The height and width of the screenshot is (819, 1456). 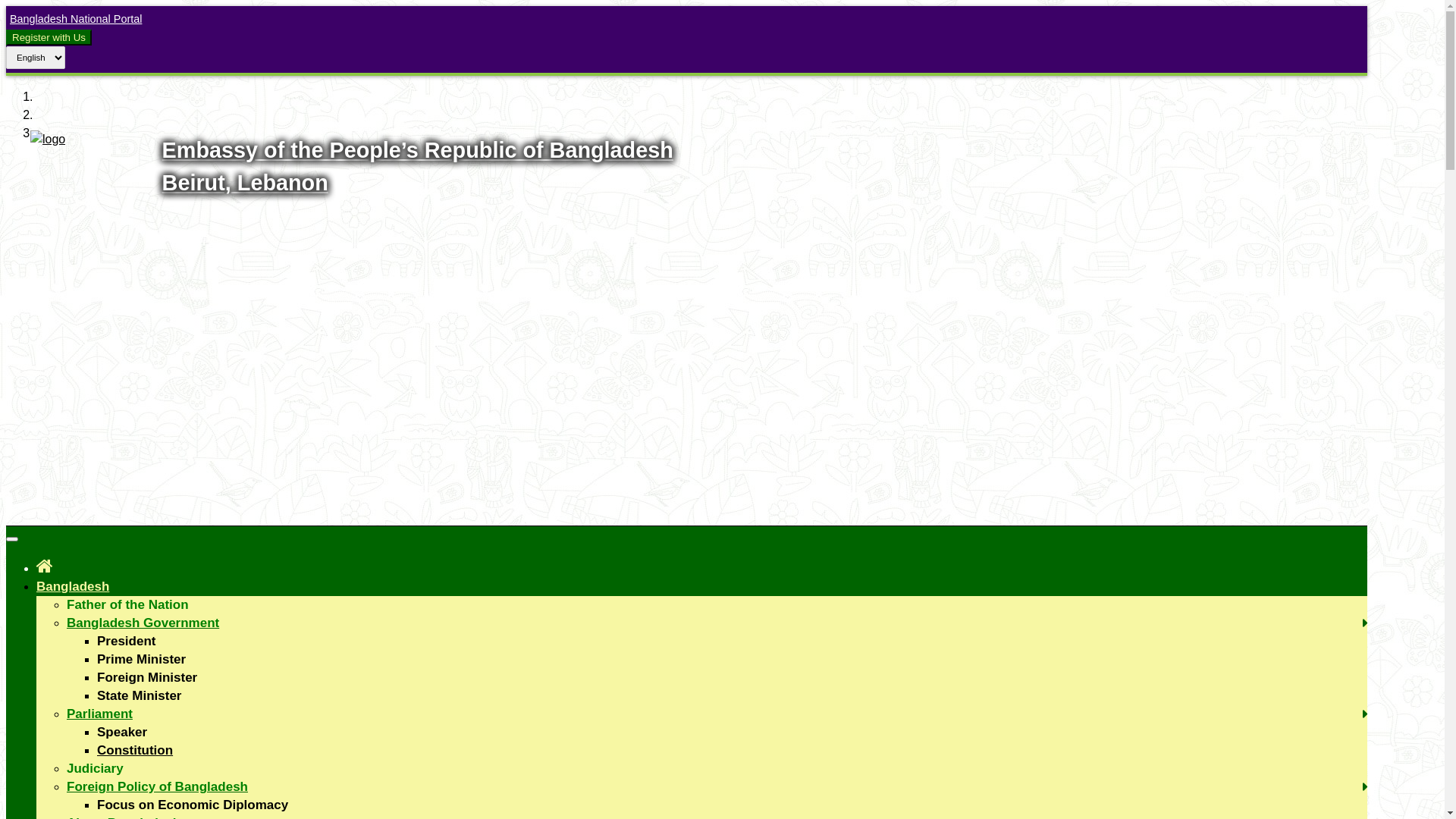 What do you see at coordinates (44, 566) in the screenshot?
I see `'Home'` at bounding box center [44, 566].